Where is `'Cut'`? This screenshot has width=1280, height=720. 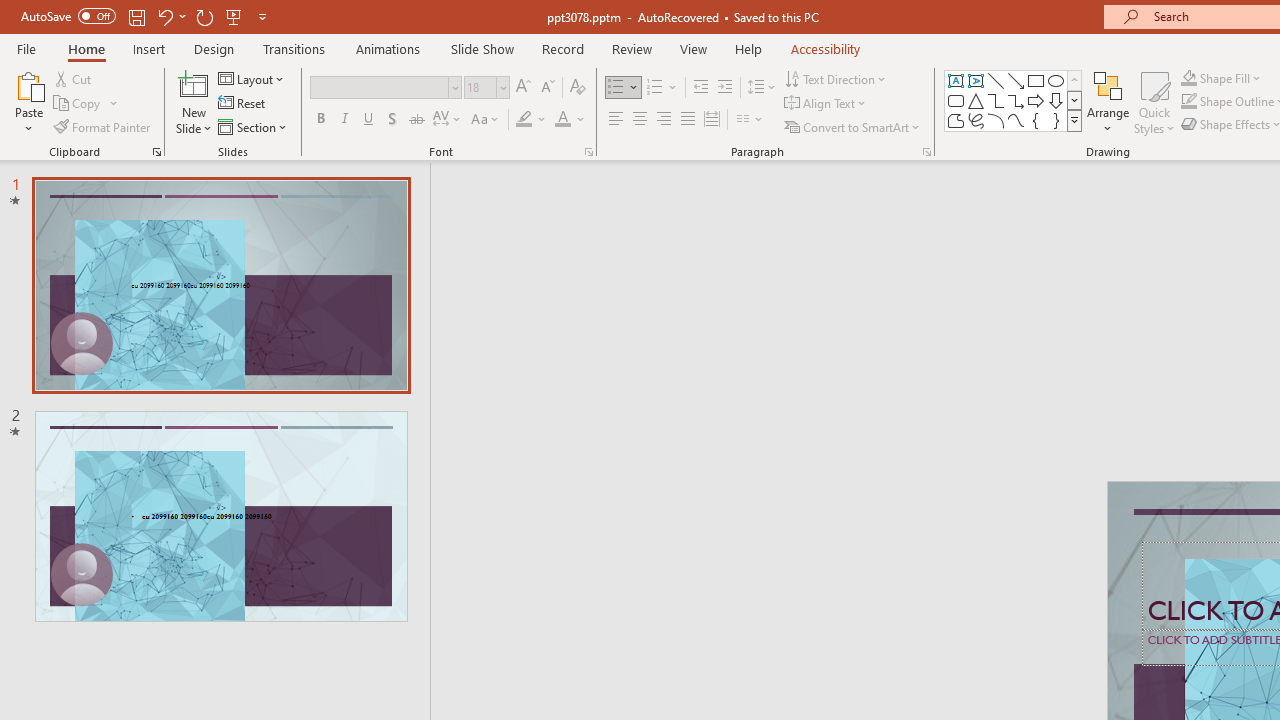
'Cut' is located at coordinates (74, 78).